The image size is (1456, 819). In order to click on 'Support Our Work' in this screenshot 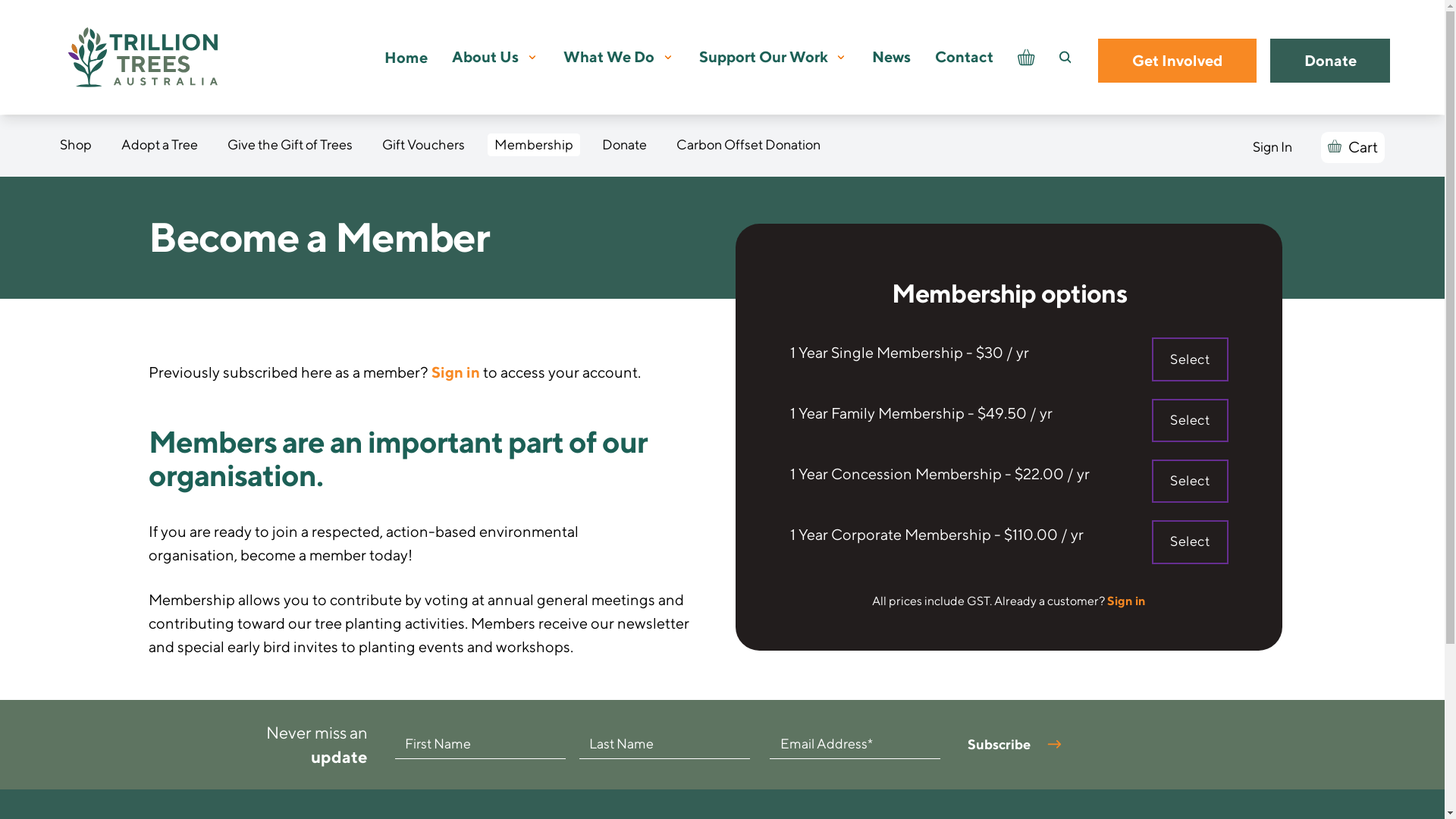, I will do `click(764, 56)`.